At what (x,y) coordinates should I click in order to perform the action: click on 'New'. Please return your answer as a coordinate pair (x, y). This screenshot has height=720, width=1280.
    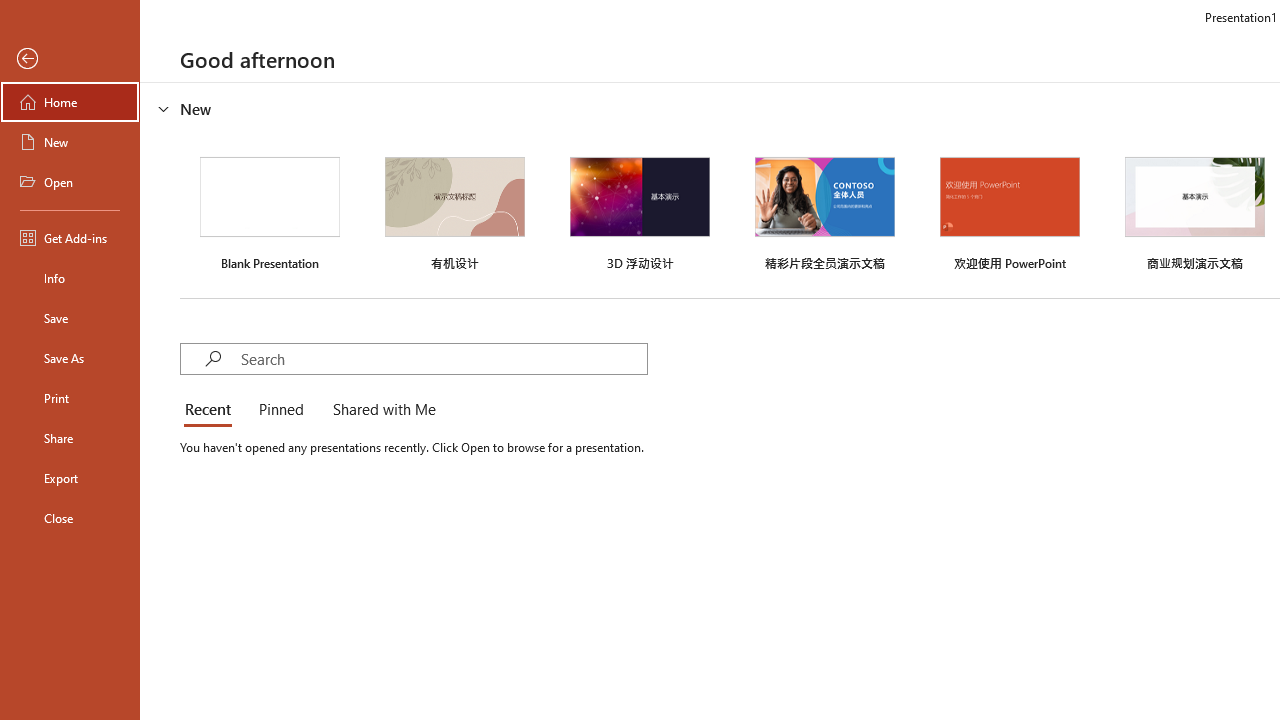
    Looking at the image, I should click on (69, 140).